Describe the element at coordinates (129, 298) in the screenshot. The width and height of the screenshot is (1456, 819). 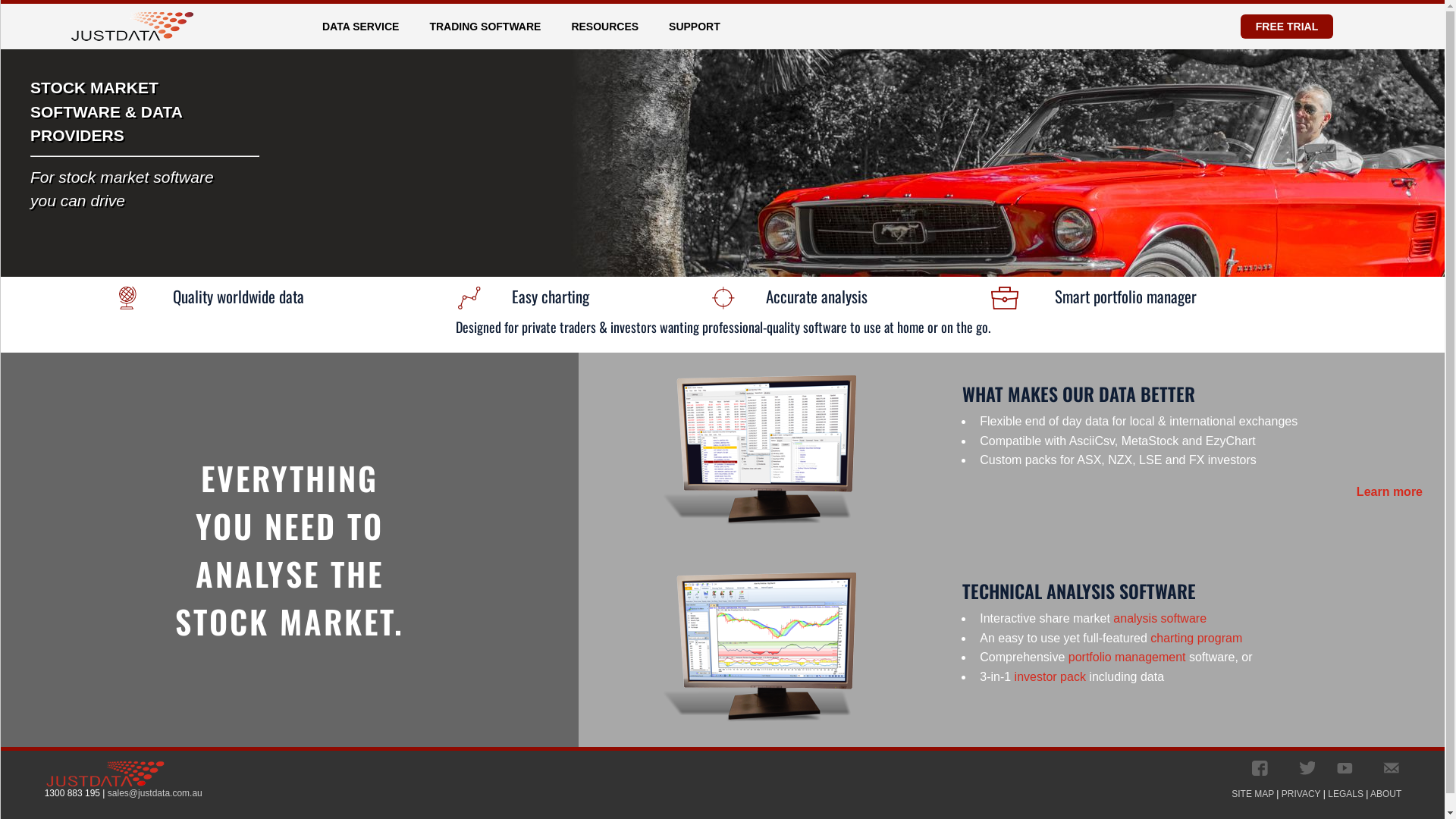
I see `'Quality Worldwide Data'` at that location.